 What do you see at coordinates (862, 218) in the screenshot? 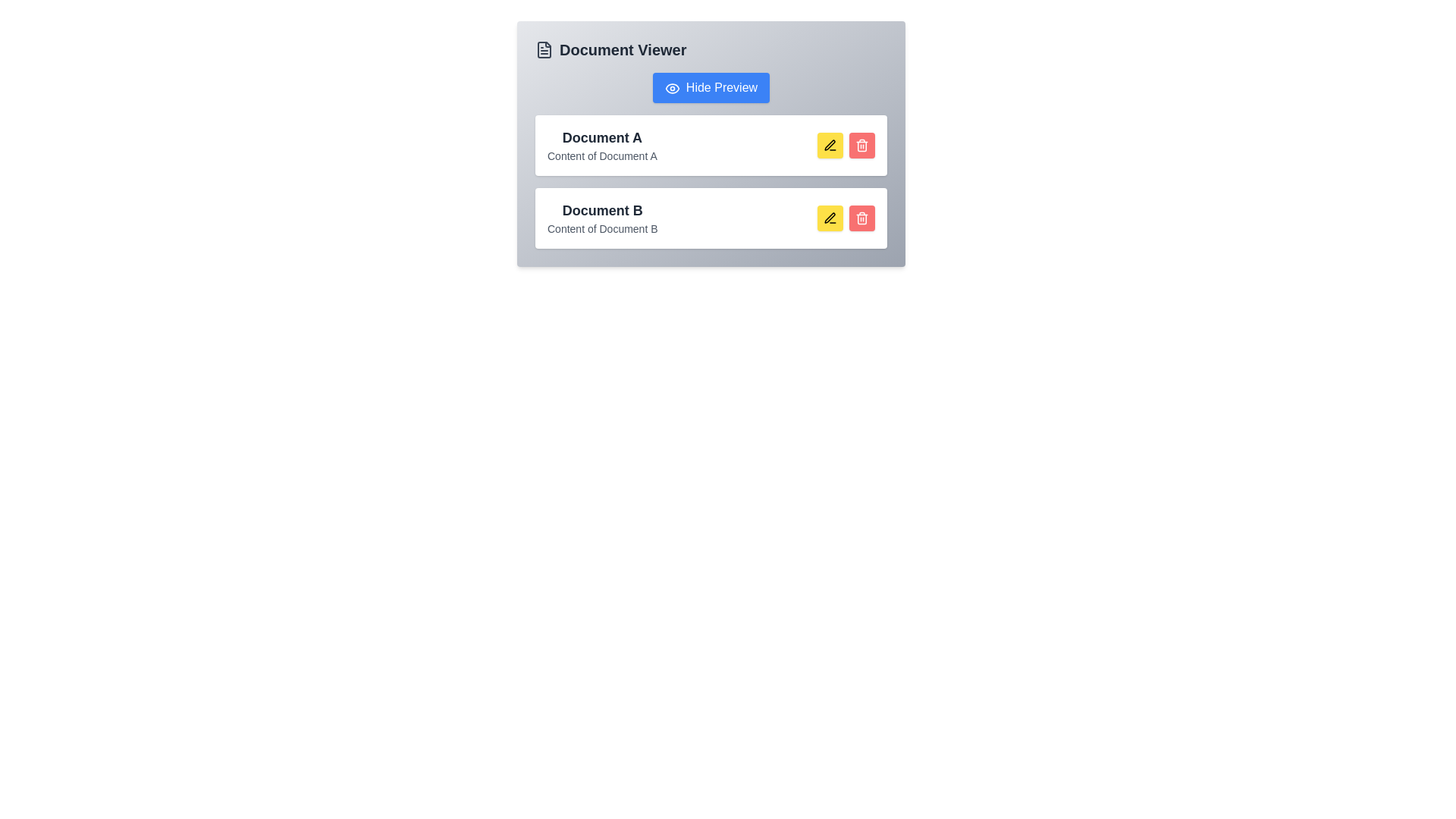
I see `the delete icon located to the far-right of the 'Document B' text, adjacent to the yellow pencil icon and within the red-colored interactive delete button` at bounding box center [862, 218].